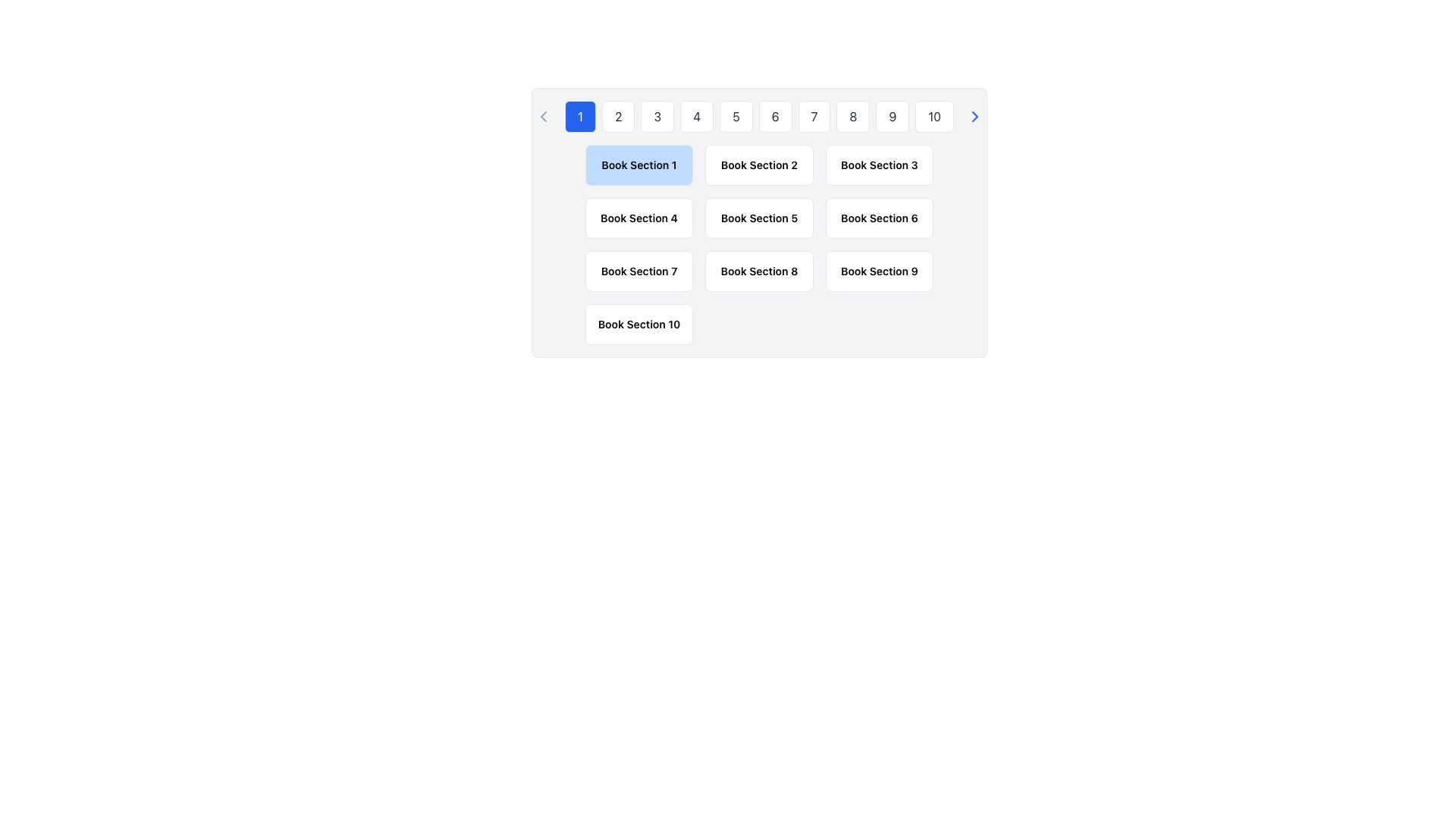  Describe the element at coordinates (639, 165) in the screenshot. I see `the 'Book Section 1' label/button, which serves as a category indicator in the top-left corner of the grid layout` at that location.